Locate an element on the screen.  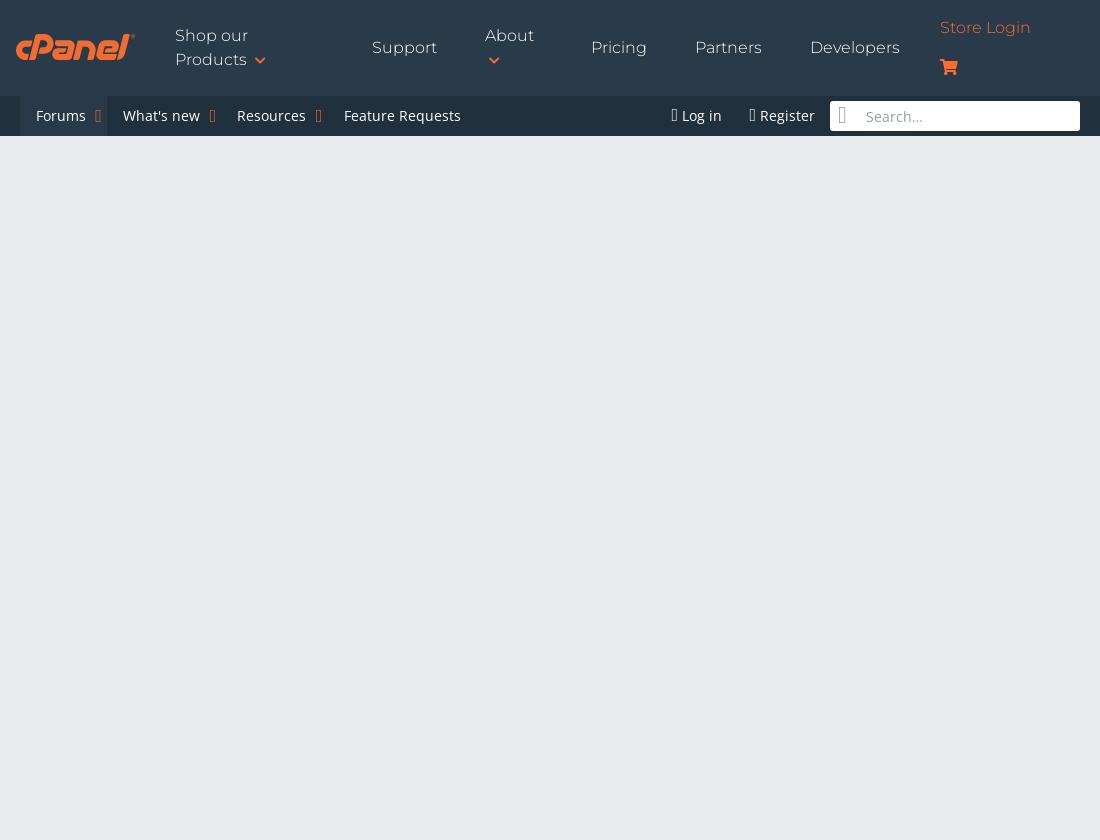
'Log in' is located at coordinates (700, 115).